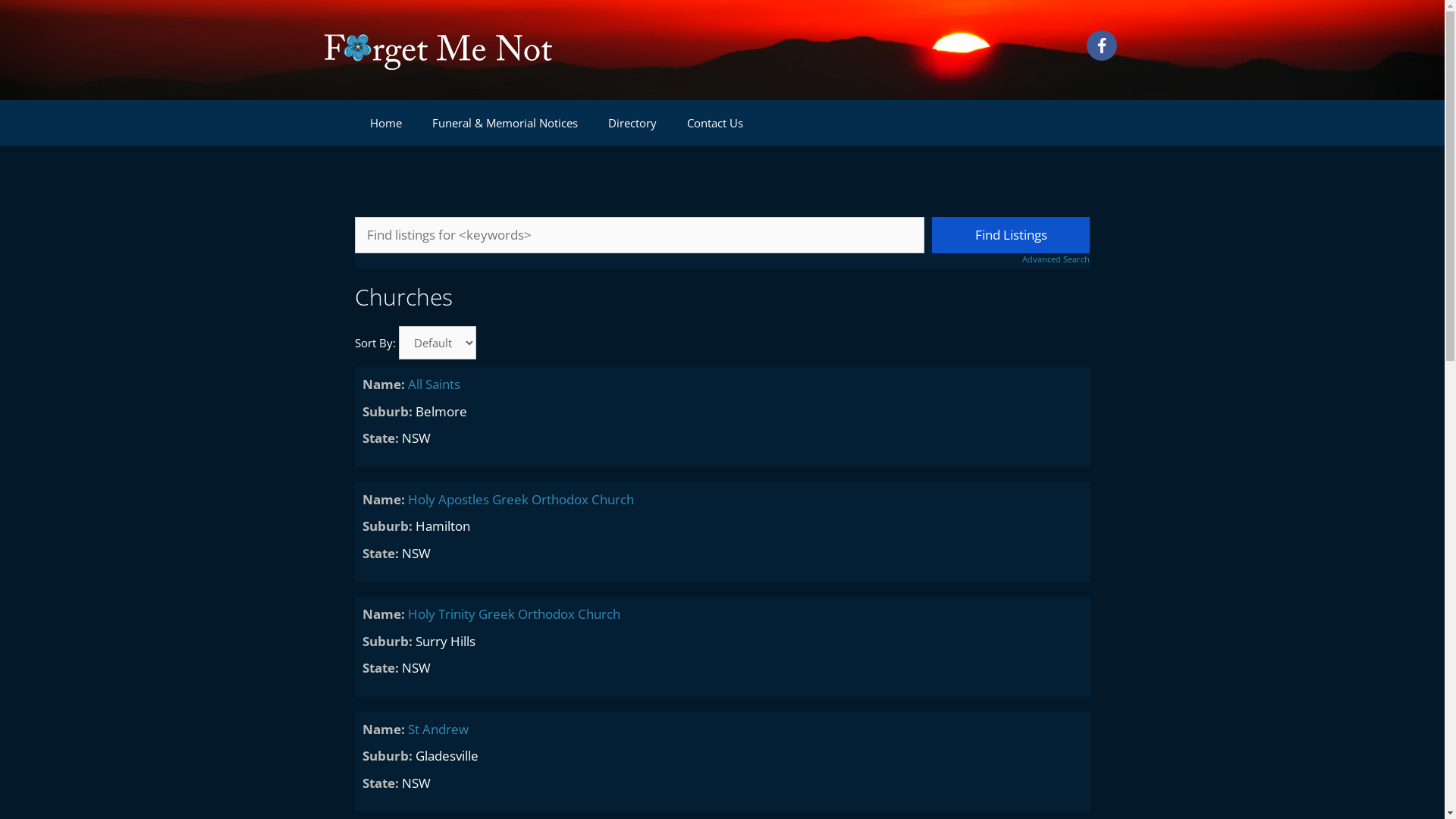  What do you see at coordinates (0, 0) in the screenshot?
I see `'Skip to content'` at bounding box center [0, 0].